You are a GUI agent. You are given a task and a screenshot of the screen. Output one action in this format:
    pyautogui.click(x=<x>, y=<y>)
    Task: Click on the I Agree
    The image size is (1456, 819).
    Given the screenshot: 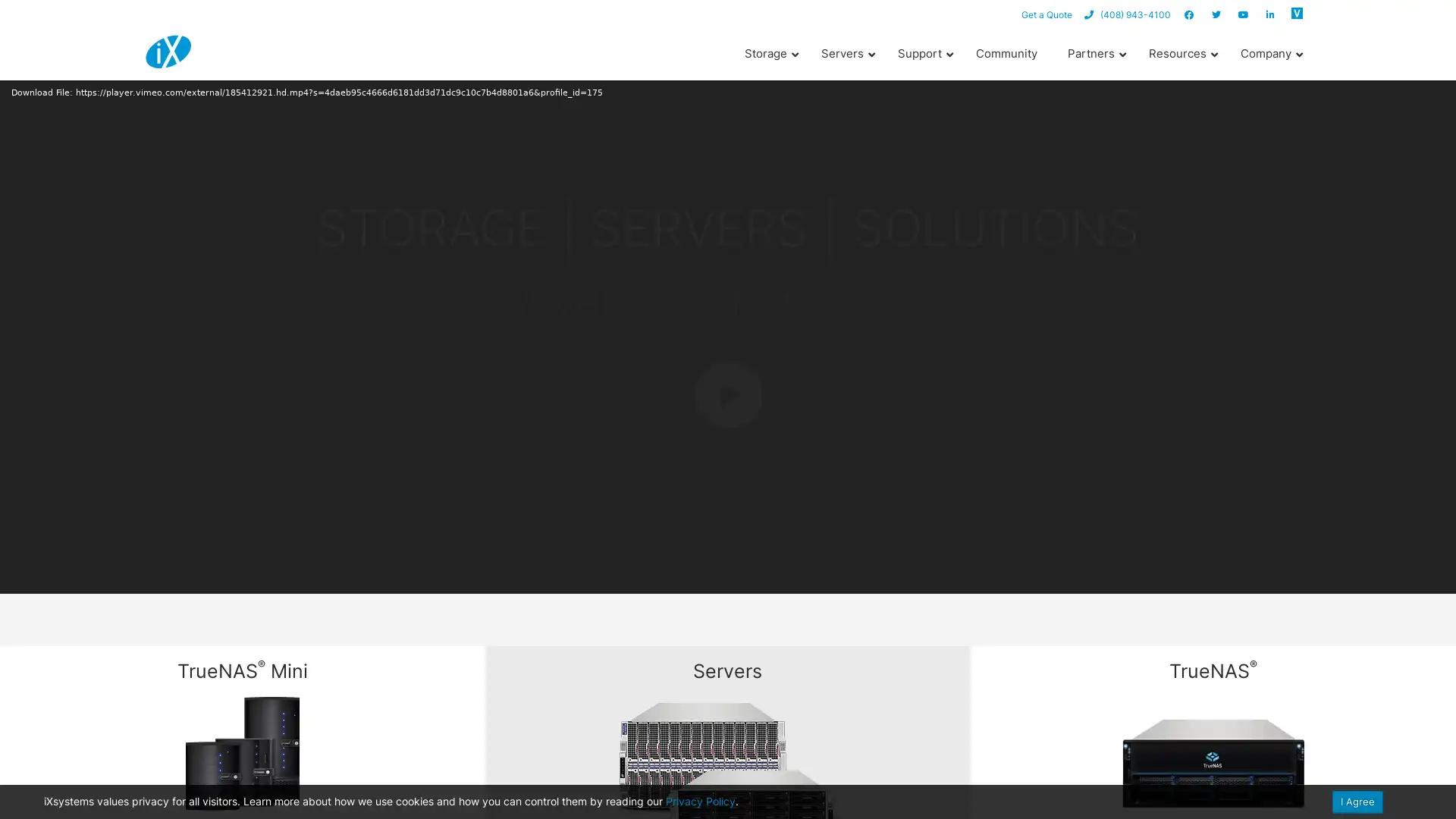 What is the action you would take?
    pyautogui.click(x=1357, y=801)
    